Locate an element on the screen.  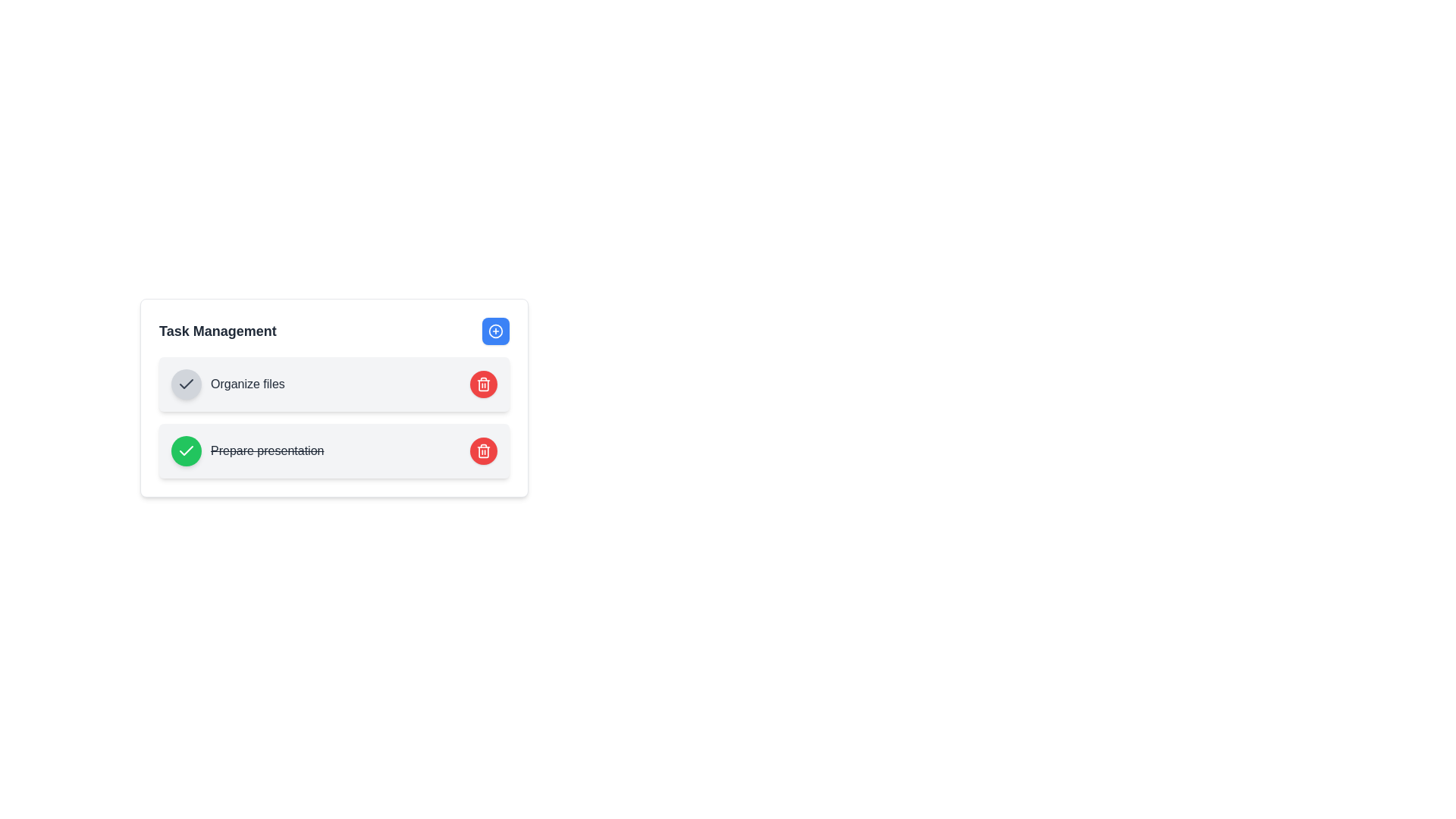
the inner circle of the add-circle icon located at the top right corner of the task management interface panel is located at coordinates (495, 330).